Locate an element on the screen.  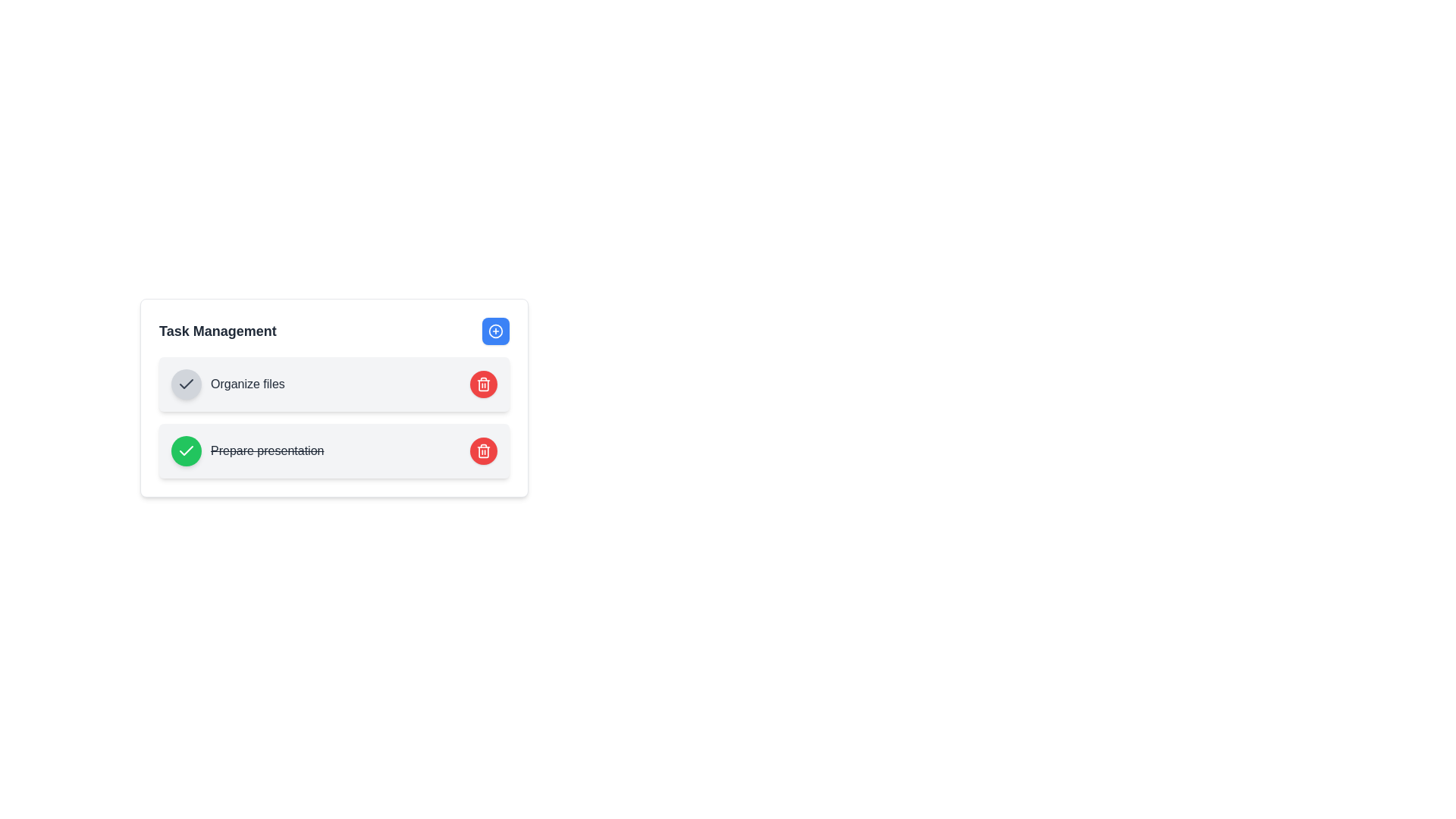
the inner circle of the add-circle icon located at the top right corner of the task management interface panel is located at coordinates (495, 330).